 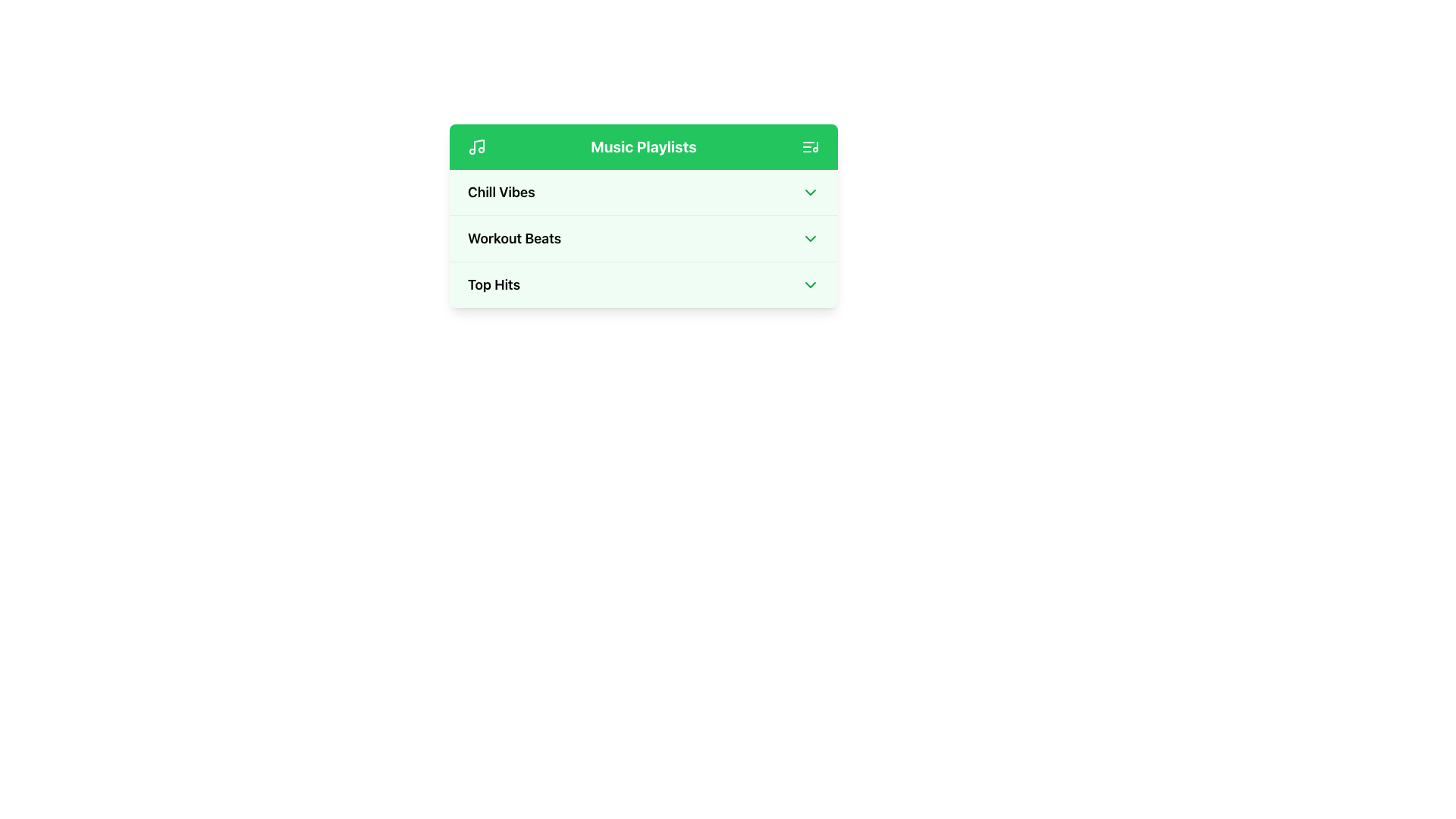 What do you see at coordinates (810, 284) in the screenshot?
I see `the green downward-pointing chevron icon at the far right of the 'Top Hits' row` at bounding box center [810, 284].